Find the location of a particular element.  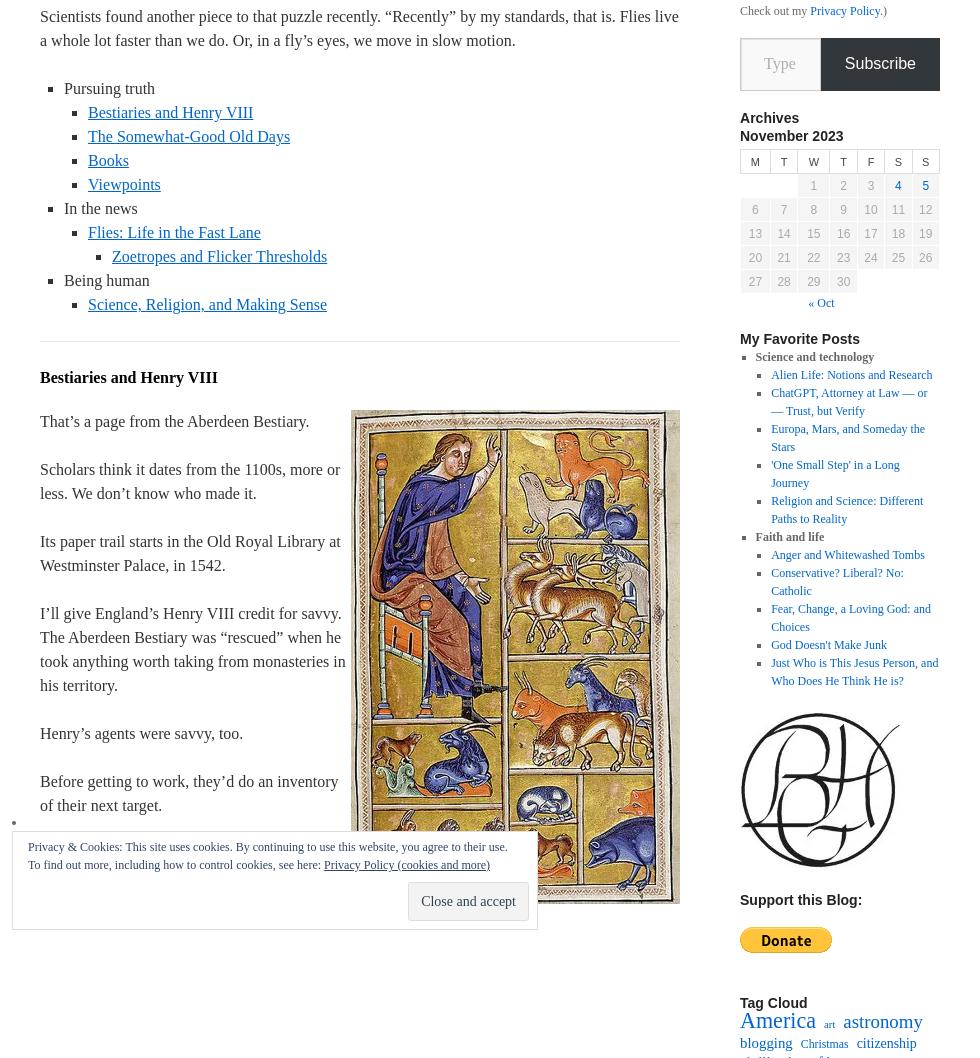

'9' is located at coordinates (842, 210).